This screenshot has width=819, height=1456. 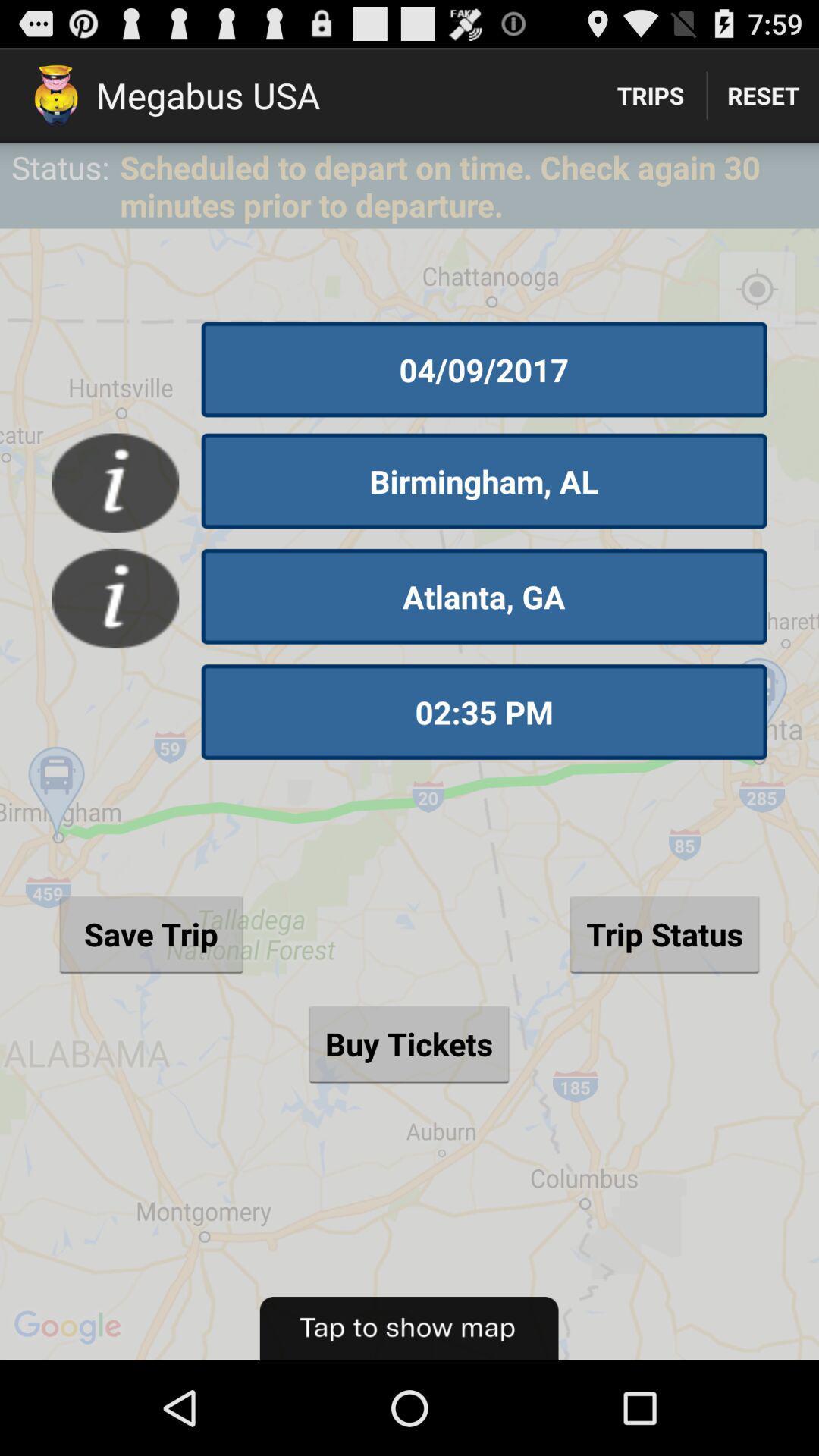 I want to click on the button to the right of save trip button, so click(x=664, y=933).